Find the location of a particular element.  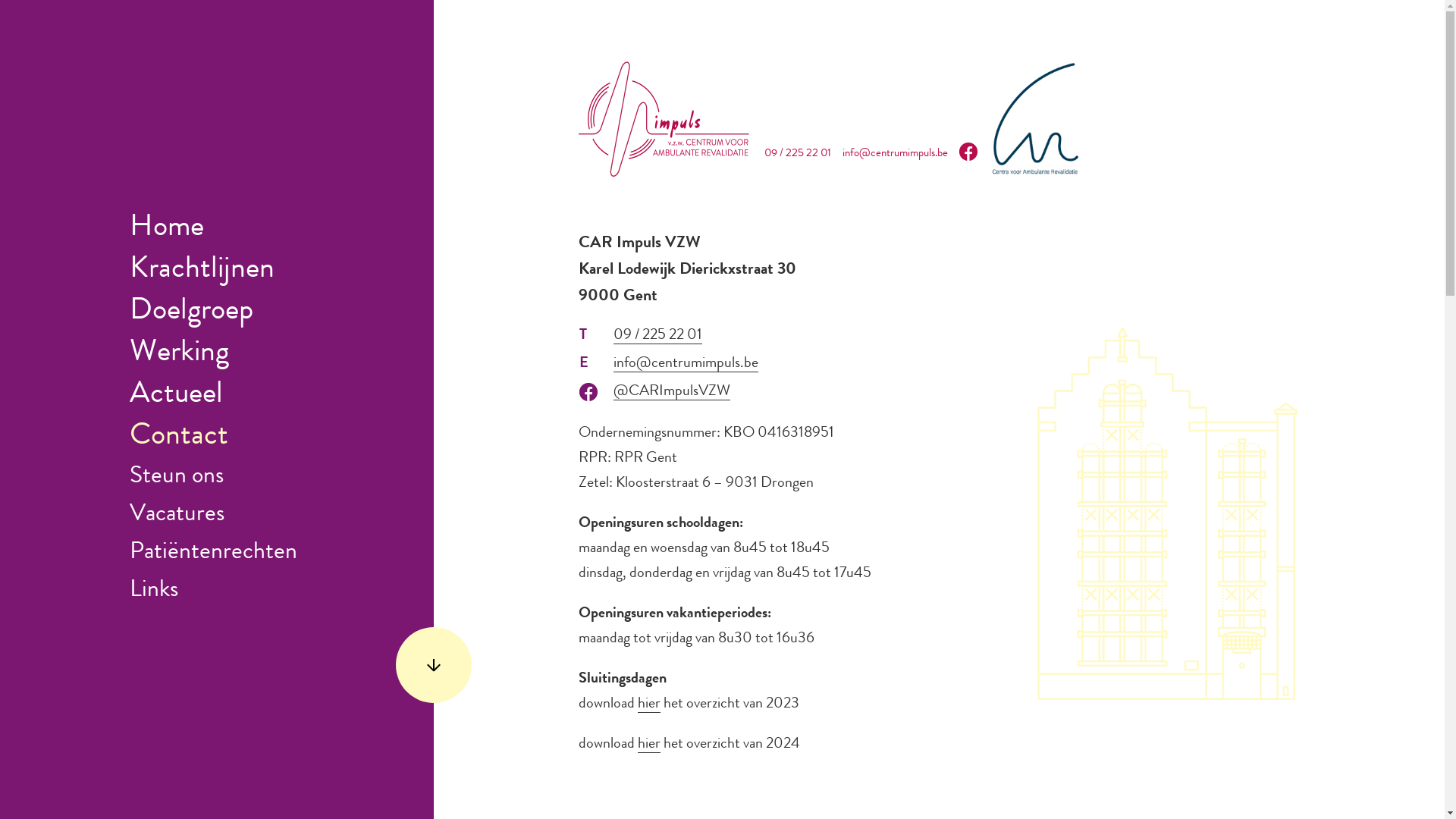

'hier' is located at coordinates (648, 744).